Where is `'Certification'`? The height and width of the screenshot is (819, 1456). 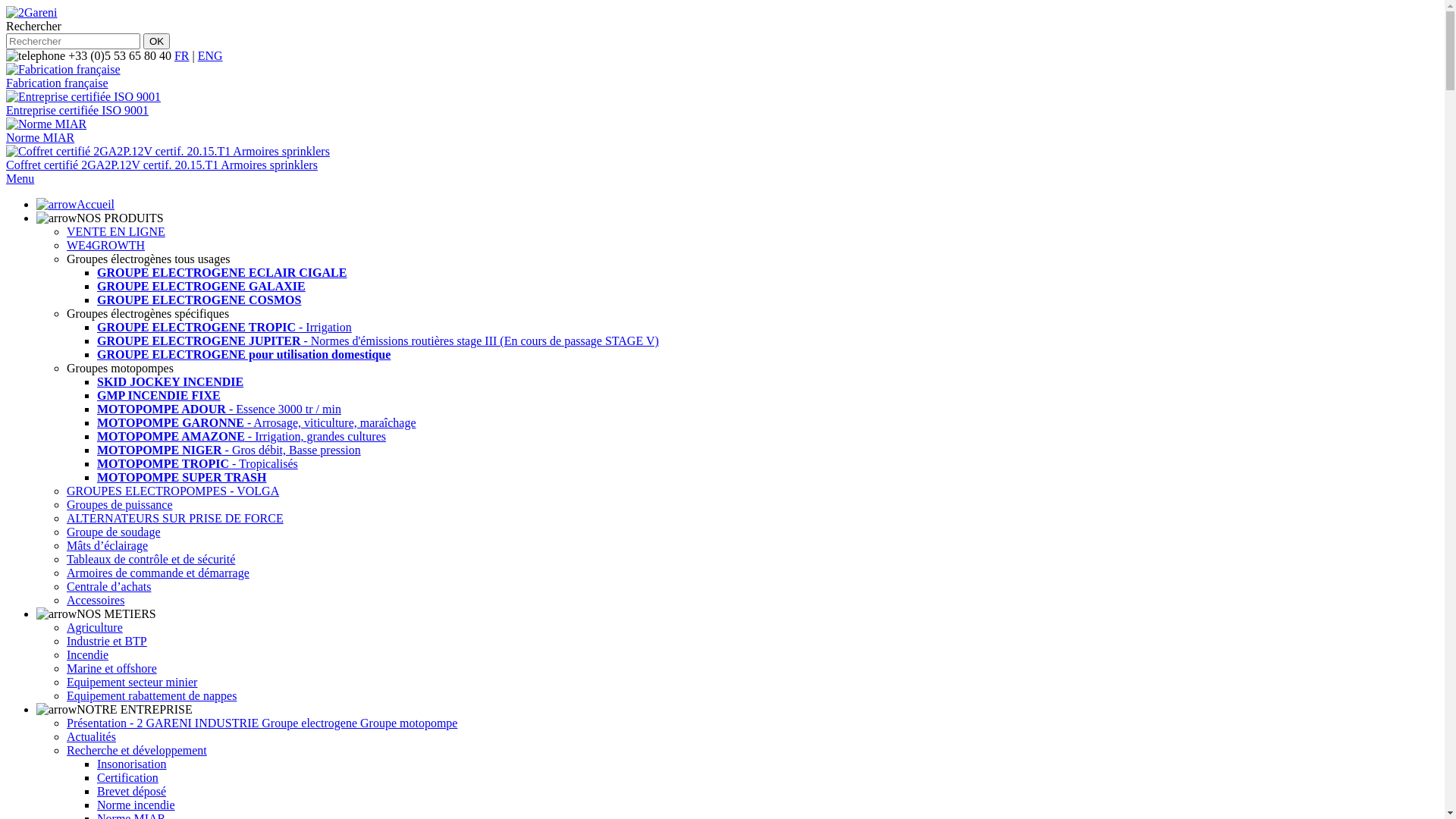
'Certification' is located at coordinates (127, 777).